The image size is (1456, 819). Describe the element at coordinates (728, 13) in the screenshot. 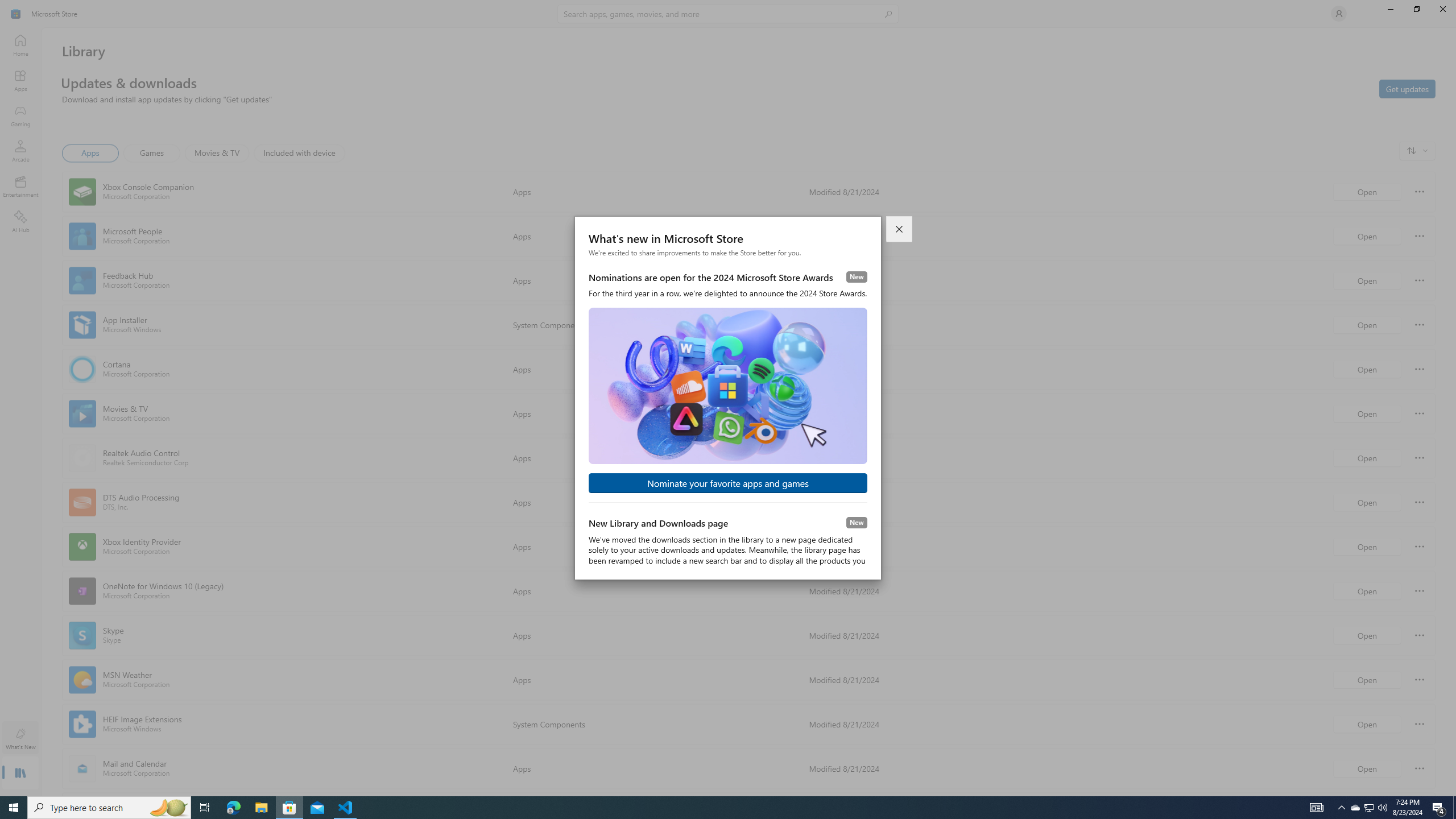

I see `'Search'` at that location.